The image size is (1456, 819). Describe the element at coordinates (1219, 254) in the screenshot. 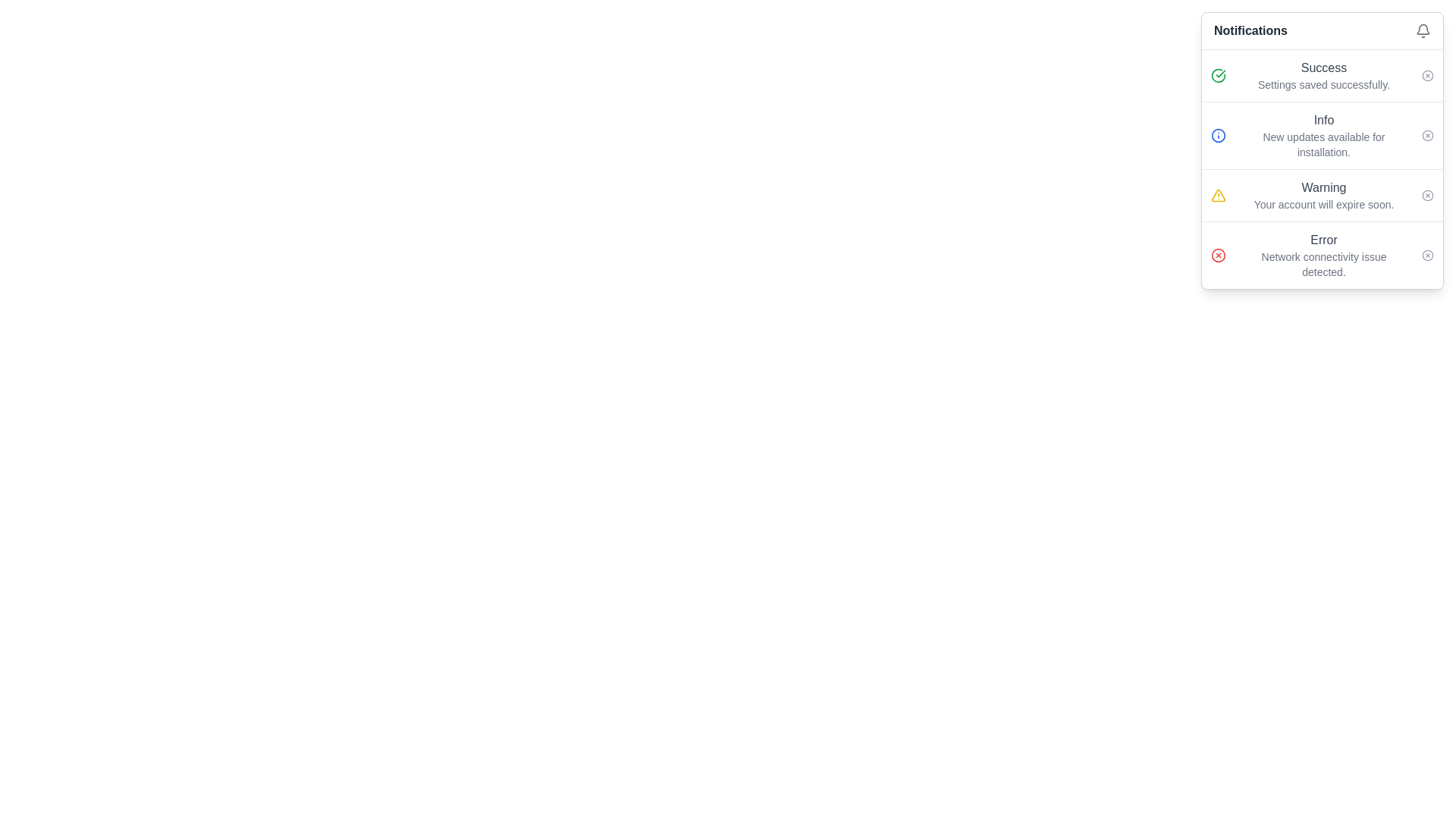

I see `the Decorative circle (SVG element) that visually represents a circular border in the 'Error' notification row at the bottom of the Notifications panel` at that location.